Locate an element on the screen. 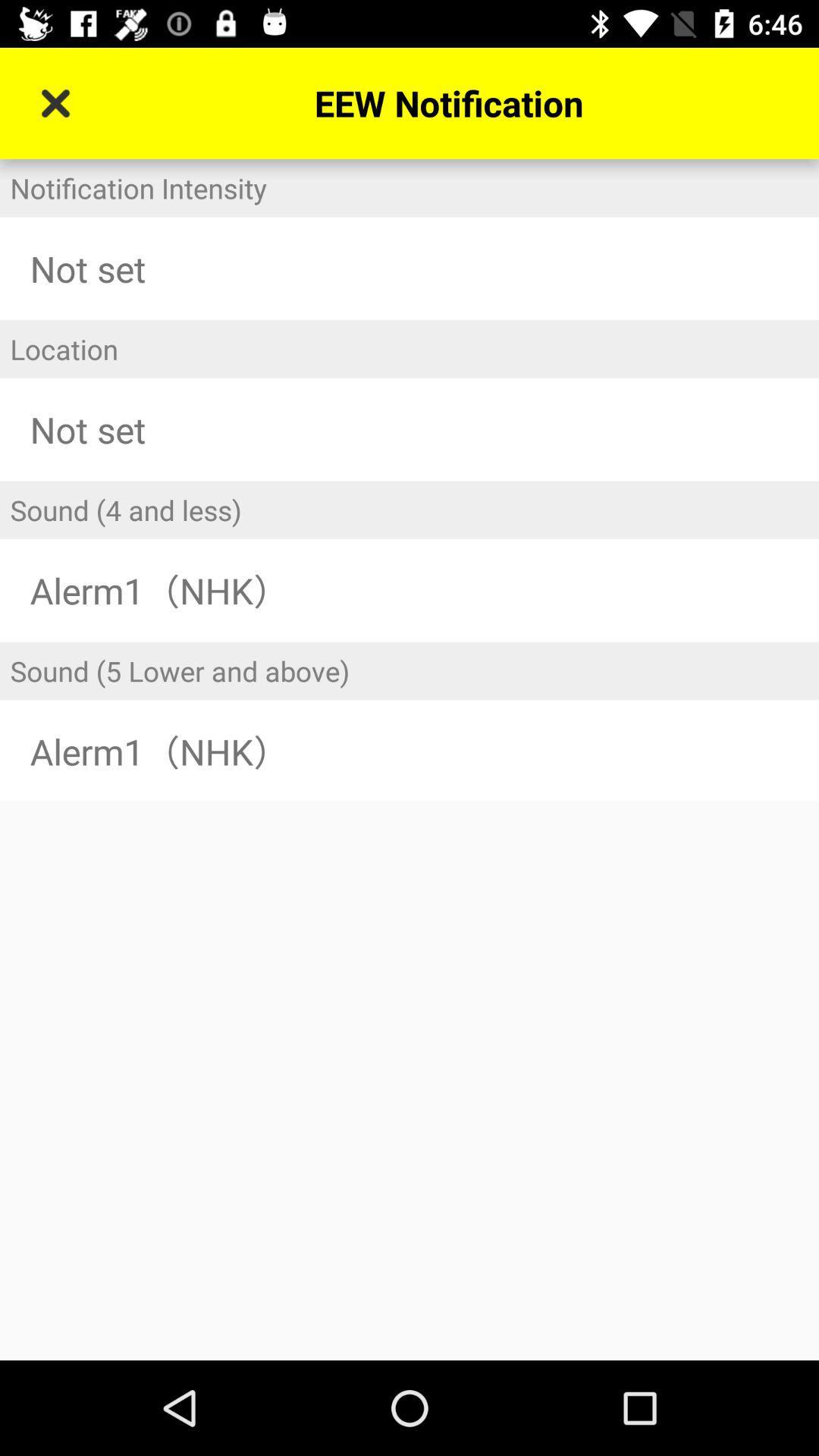  location icon is located at coordinates (409, 348).